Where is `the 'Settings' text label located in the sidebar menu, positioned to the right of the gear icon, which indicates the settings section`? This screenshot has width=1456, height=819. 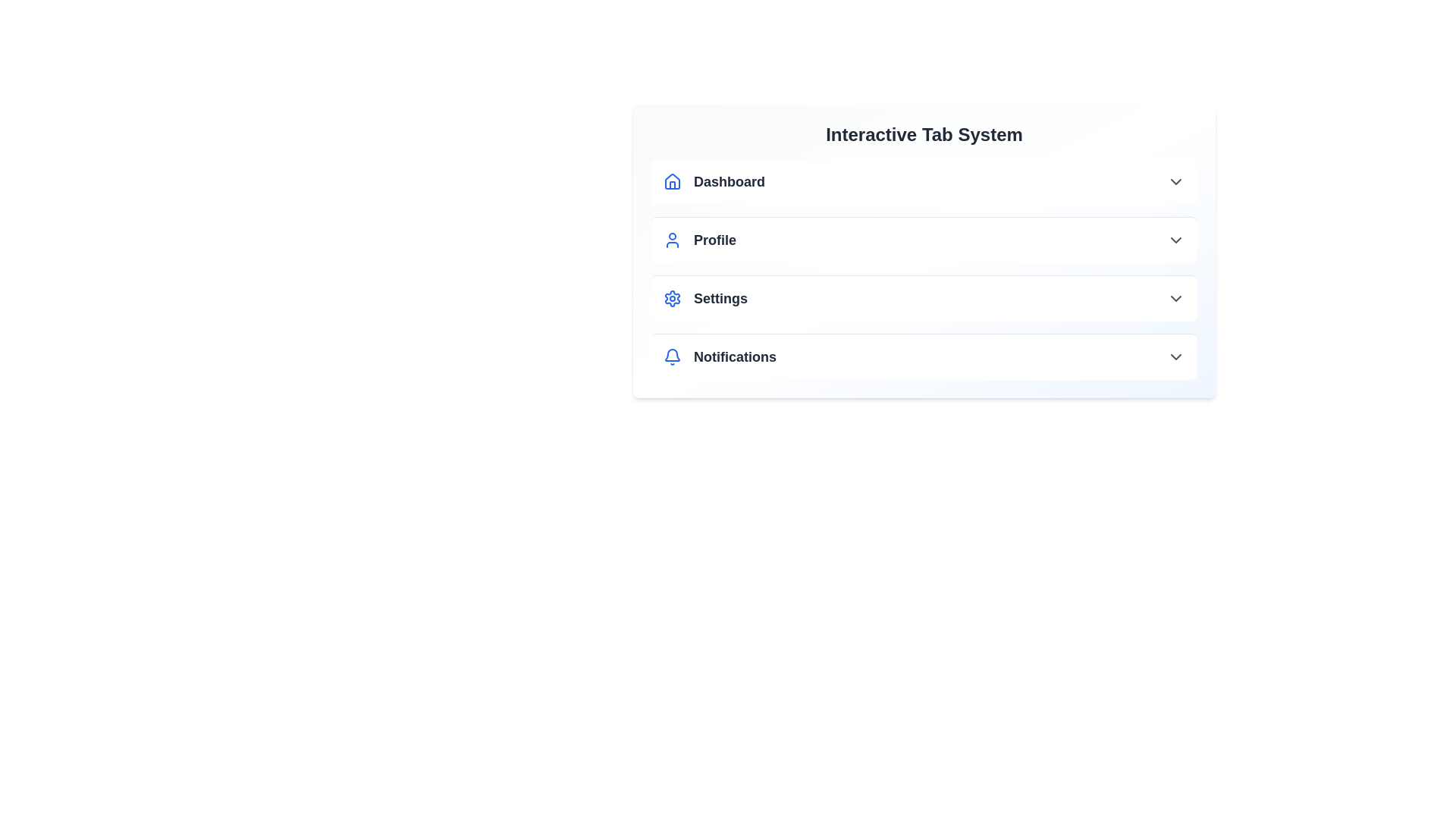 the 'Settings' text label located in the sidebar menu, positioned to the right of the gear icon, which indicates the settings section is located at coordinates (720, 298).